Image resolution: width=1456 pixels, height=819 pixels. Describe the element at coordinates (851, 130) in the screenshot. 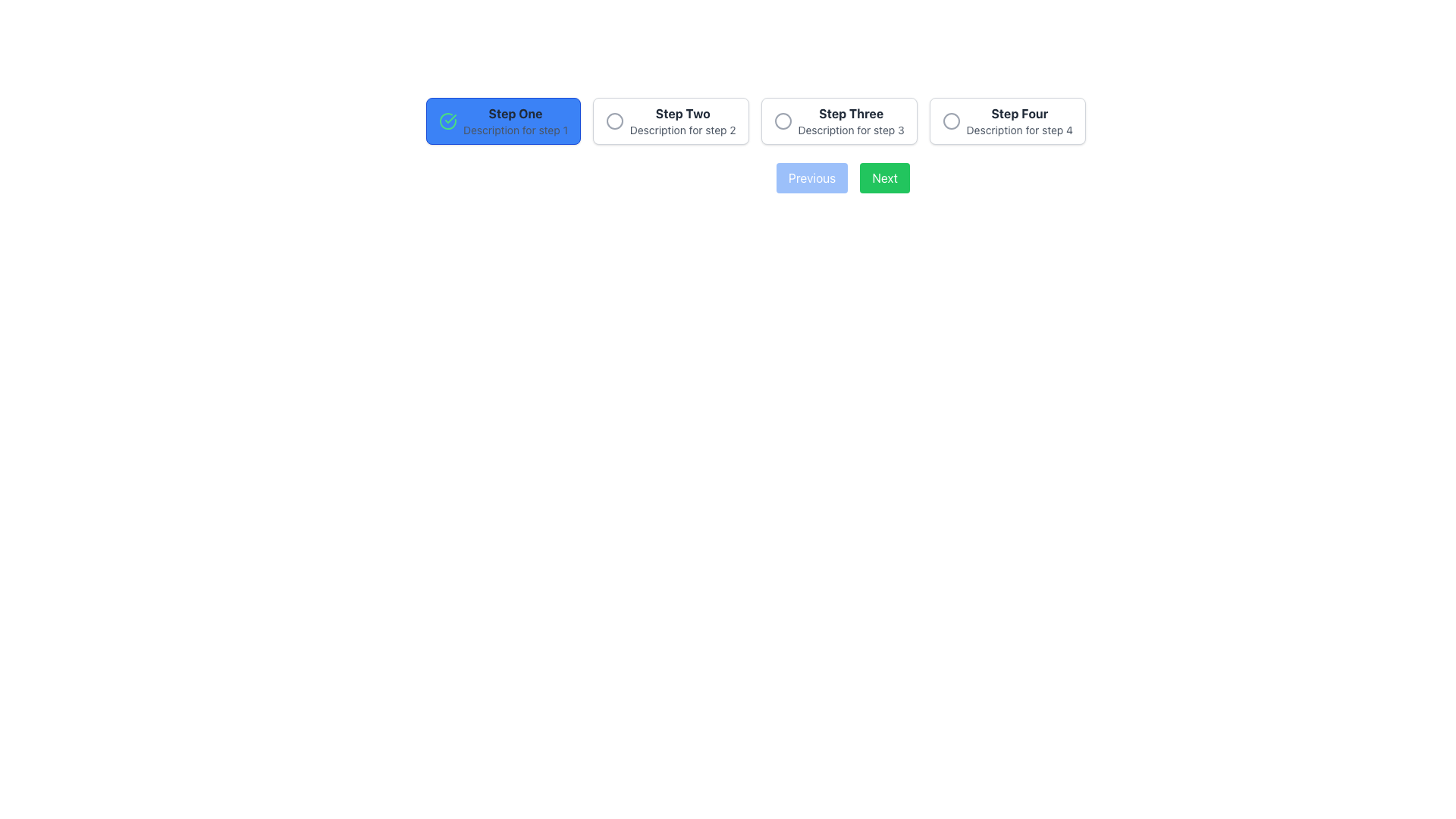

I see `the informational label located underneath the heading 'Step Three' in the sequence of steps, which provides additional descriptive information about step three` at that location.